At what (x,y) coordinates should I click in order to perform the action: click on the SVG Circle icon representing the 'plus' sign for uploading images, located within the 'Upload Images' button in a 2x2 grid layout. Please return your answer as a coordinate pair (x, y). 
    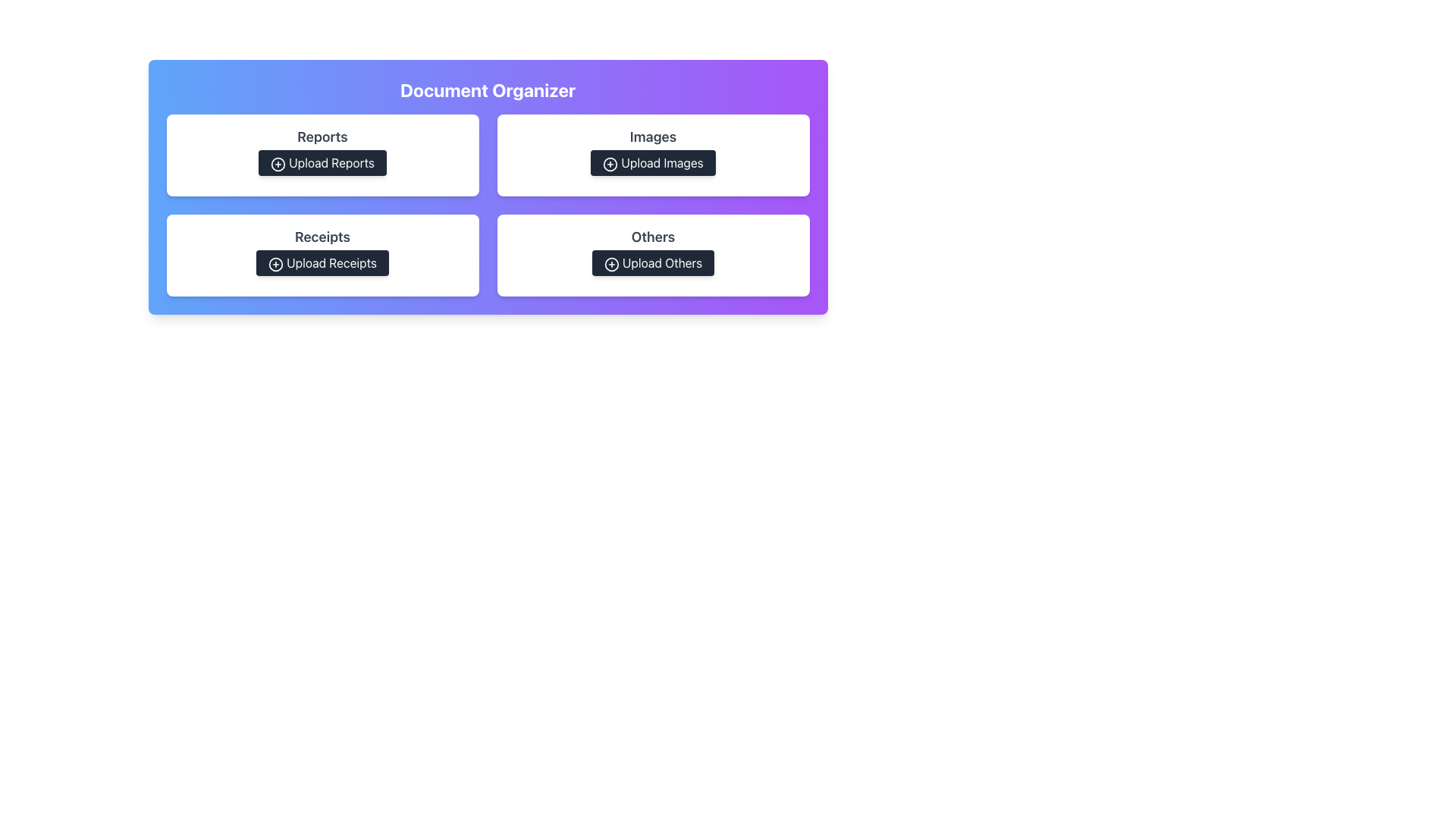
    Looking at the image, I should click on (610, 164).